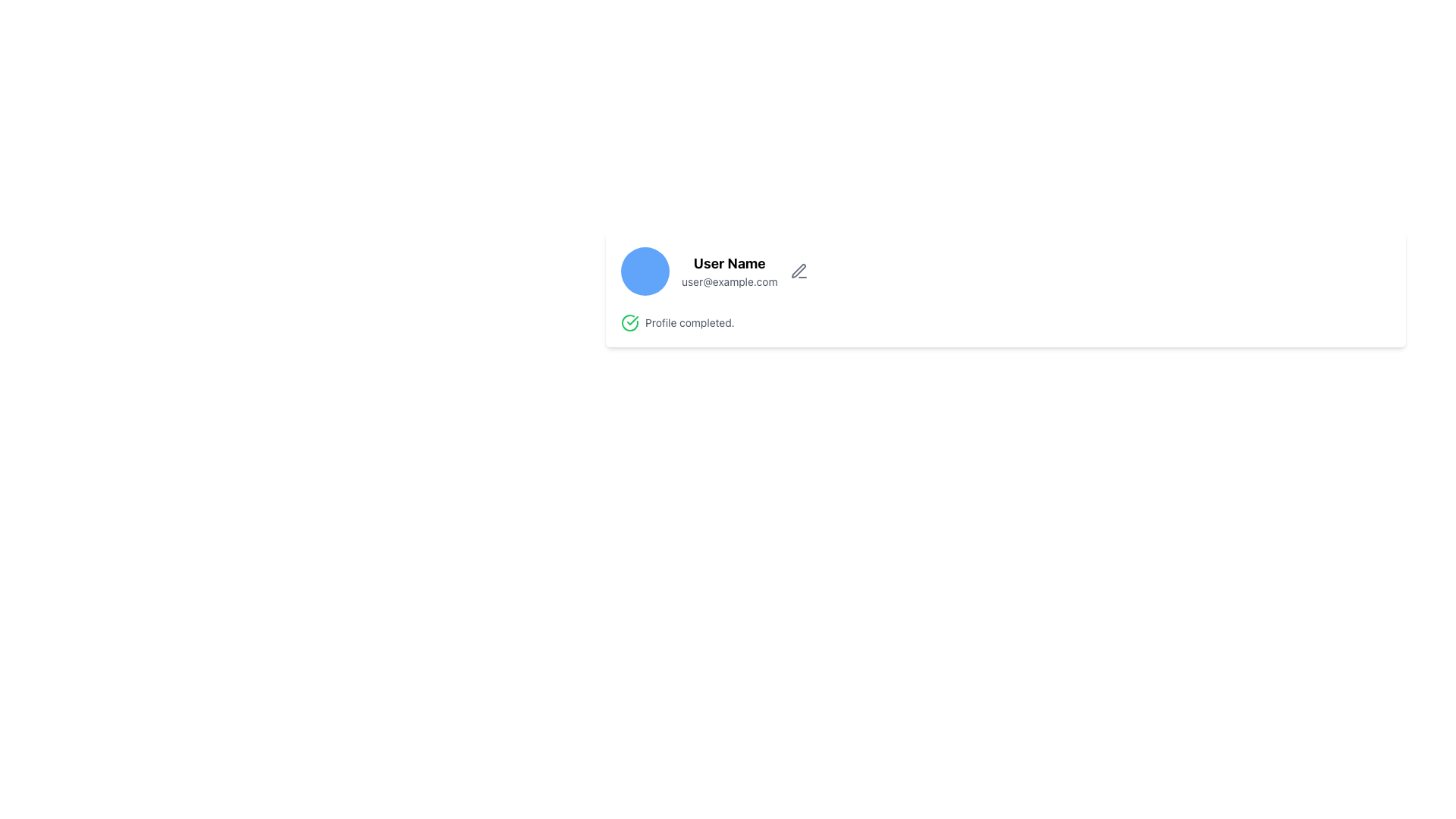 The image size is (1456, 819). What do you see at coordinates (730, 262) in the screenshot?
I see `the 'User Name' label that displays the user's name, located at the upper-left section of the profile card, above 'user@example.com', and aligned centrally with the avatar image` at bounding box center [730, 262].